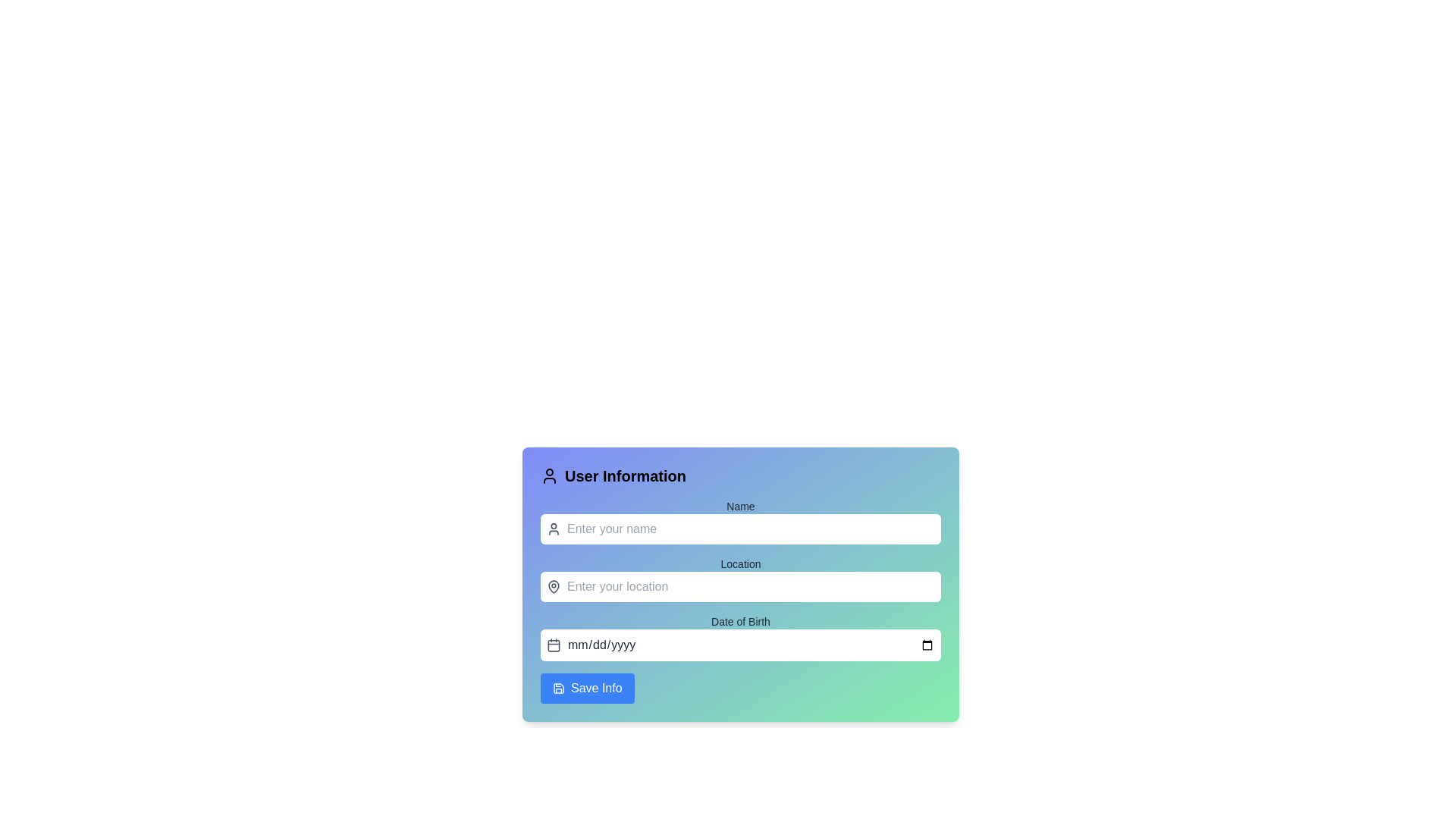 The height and width of the screenshot is (819, 1456). Describe the element at coordinates (548, 475) in the screenshot. I see `the user information icon located to the left of the 'User Information' title` at that location.